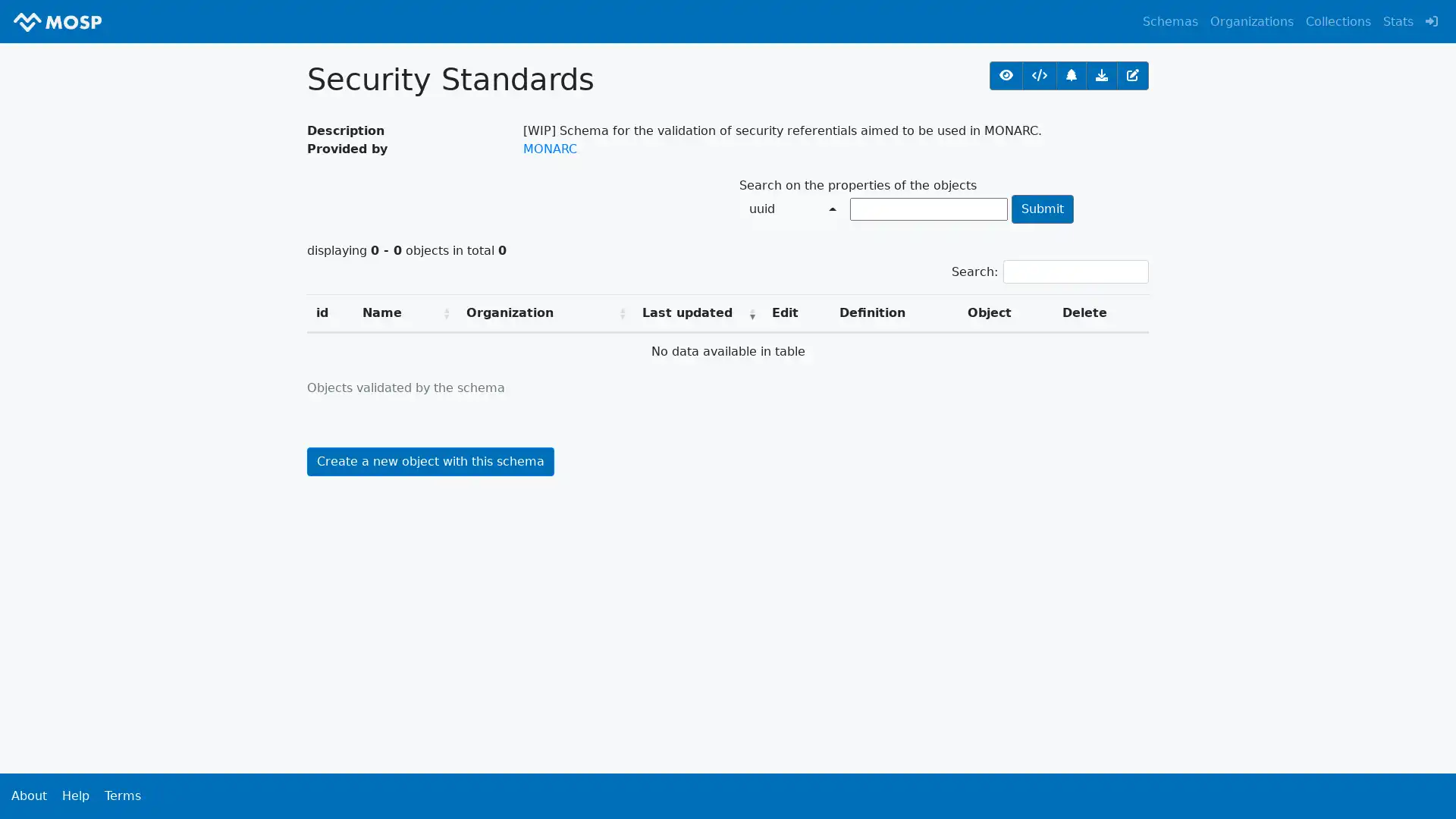 The height and width of the screenshot is (819, 1456). What do you see at coordinates (1132, 76) in the screenshot?
I see `Edit the schema` at bounding box center [1132, 76].